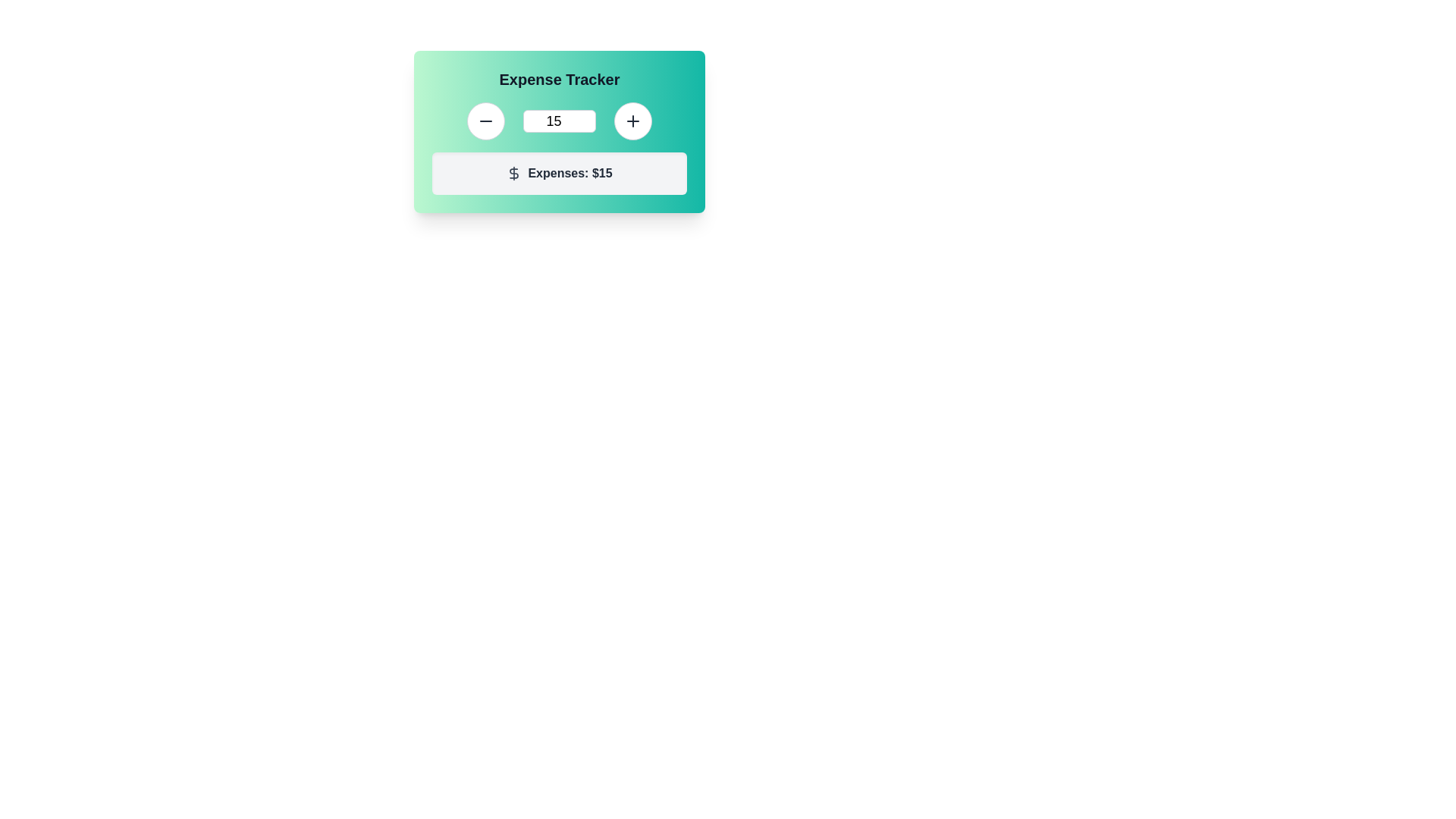 Image resolution: width=1456 pixels, height=819 pixels. Describe the element at coordinates (633, 120) in the screenshot. I see `the increment button graphic icon located at the top-right corner of the widget` at that location.